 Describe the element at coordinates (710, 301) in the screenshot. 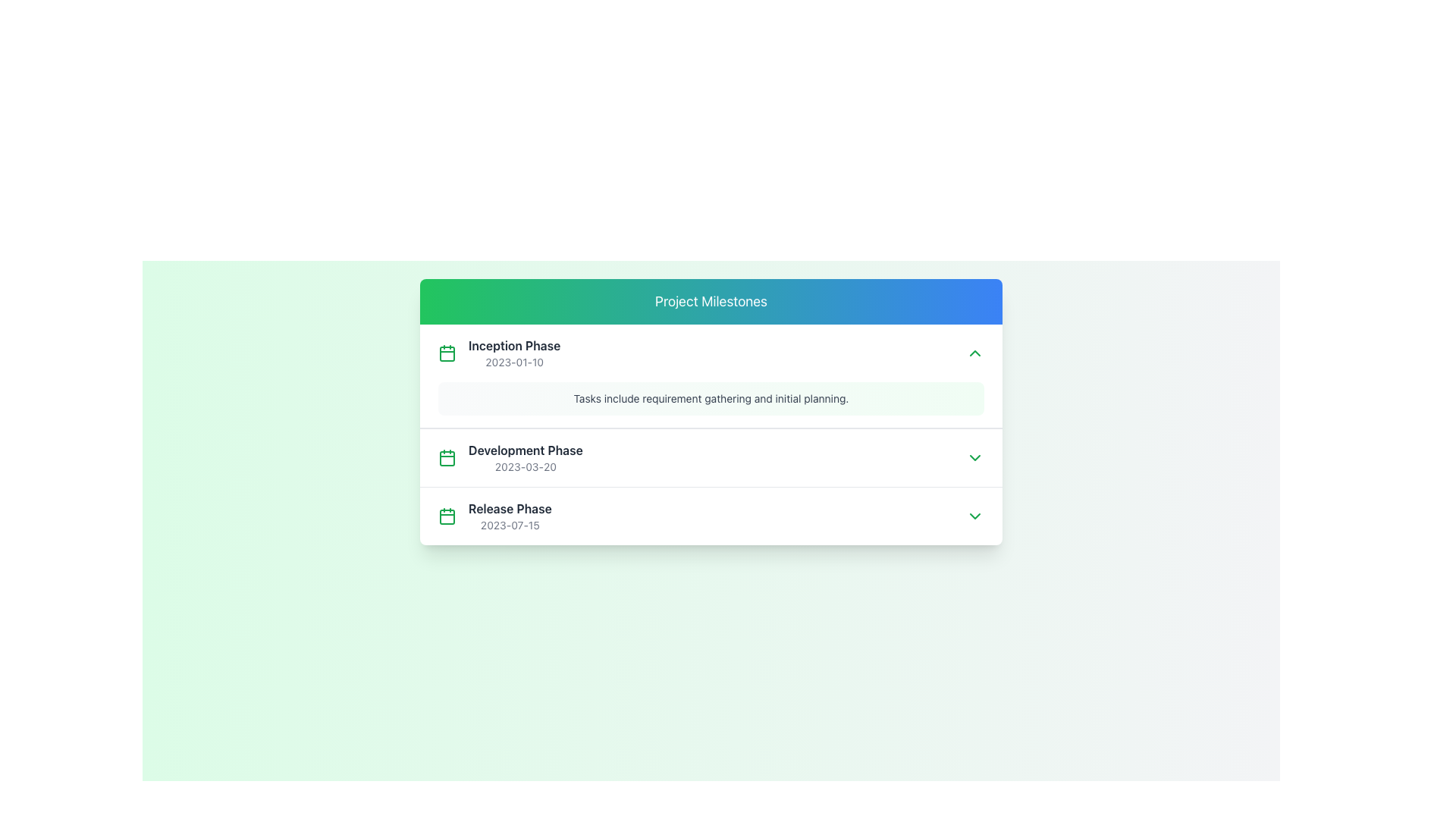

I see `the non-interactive text header displaying 'Project Milestones' with a gradient background from green to blue` at that location.